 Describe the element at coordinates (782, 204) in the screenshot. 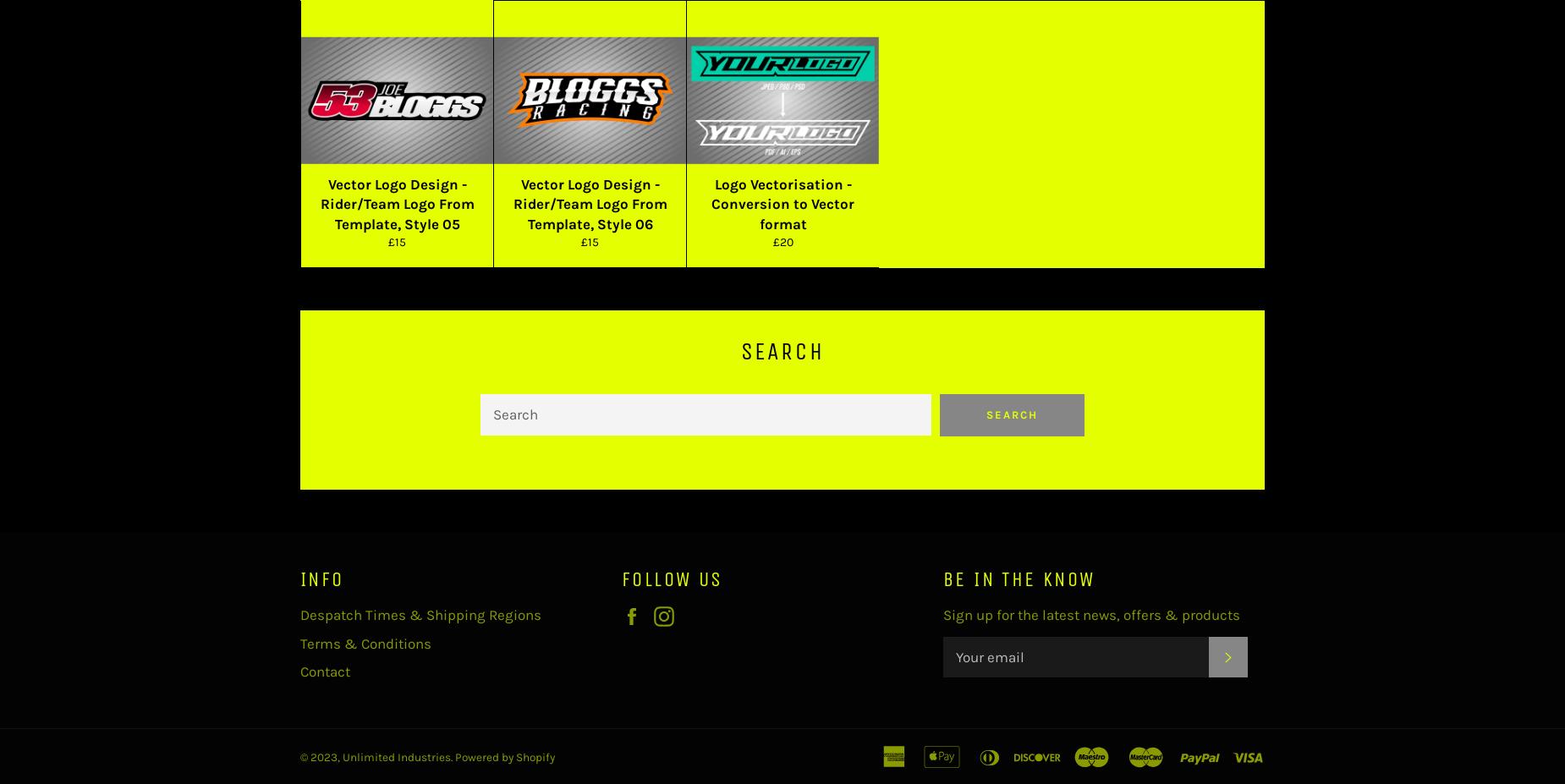

I see `'Logo Vectorisation - Conversion to Vector format'` at that location.